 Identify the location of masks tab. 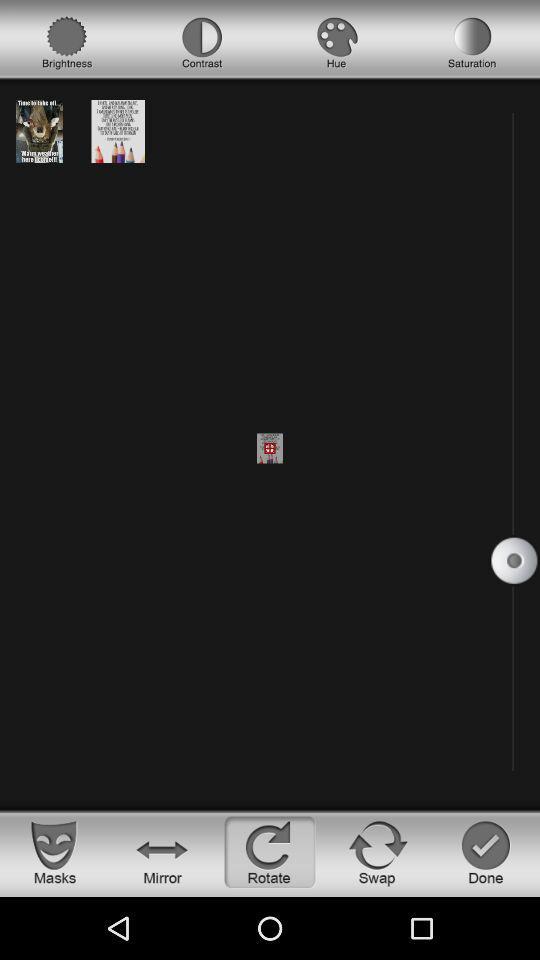
(54, 851).